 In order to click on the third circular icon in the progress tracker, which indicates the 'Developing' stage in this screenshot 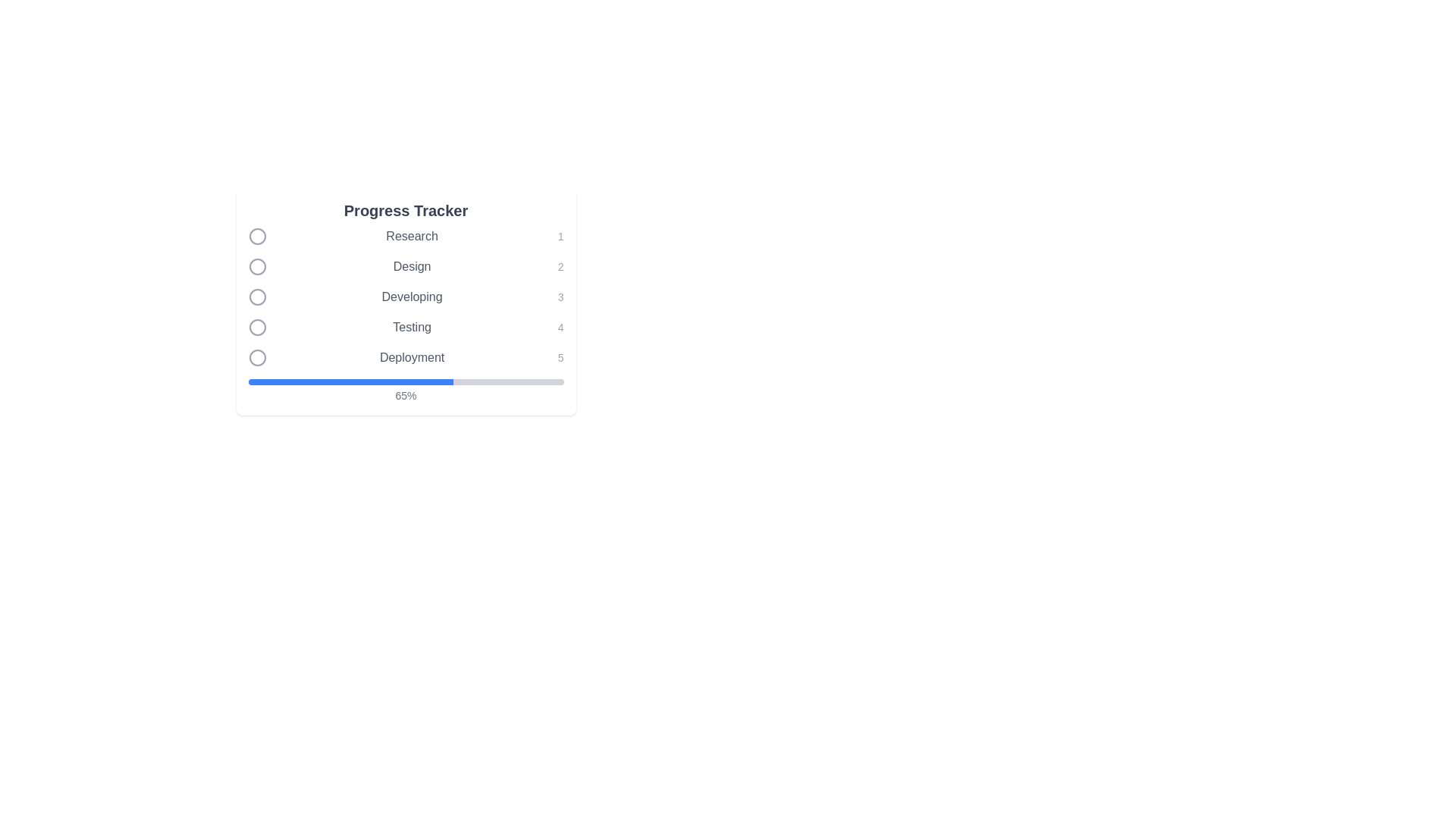, I will do `click(257, 297)`.